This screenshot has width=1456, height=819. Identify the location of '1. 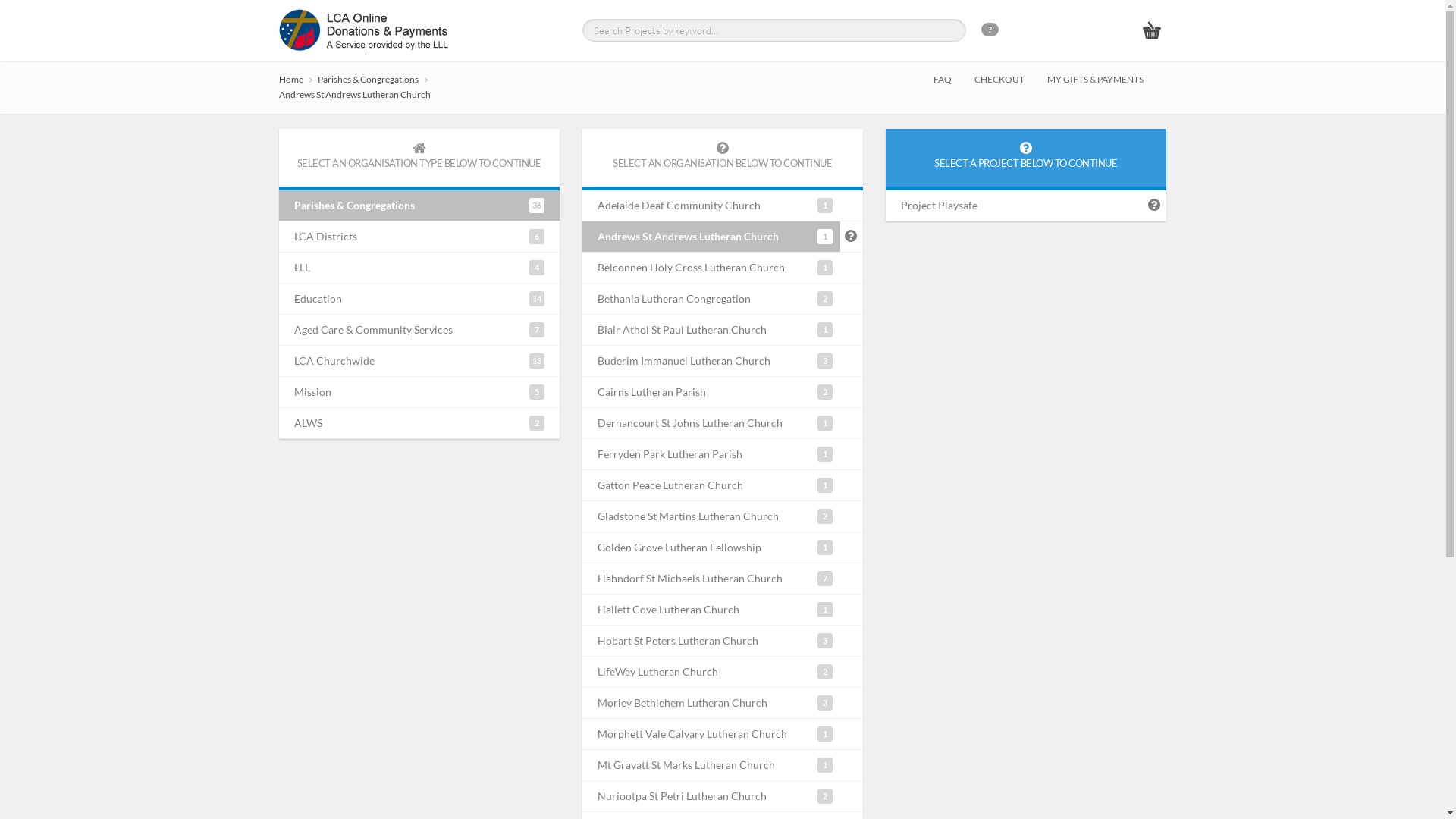
(710, 765).